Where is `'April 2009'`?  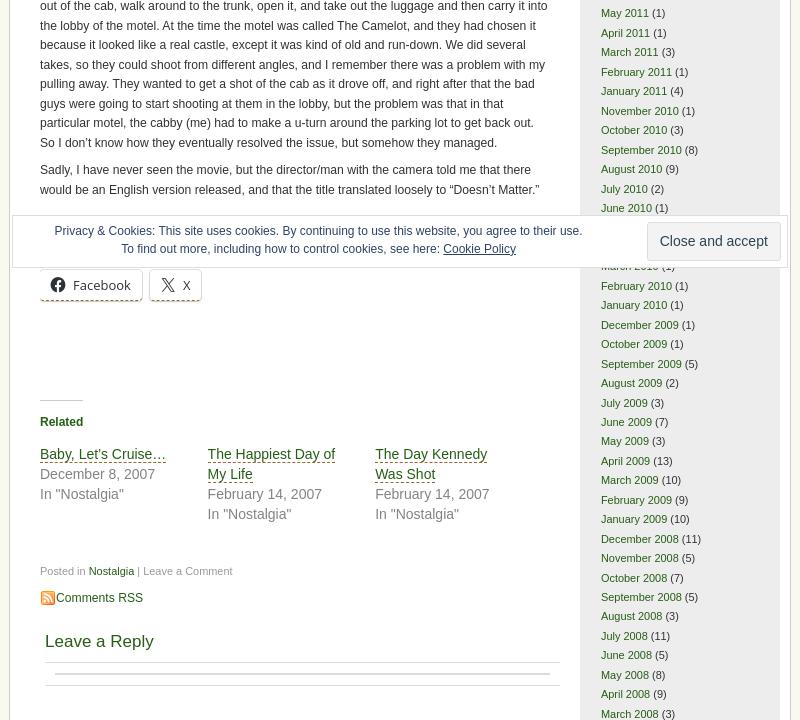 'April 2009' is located at coordinates (624, 460).